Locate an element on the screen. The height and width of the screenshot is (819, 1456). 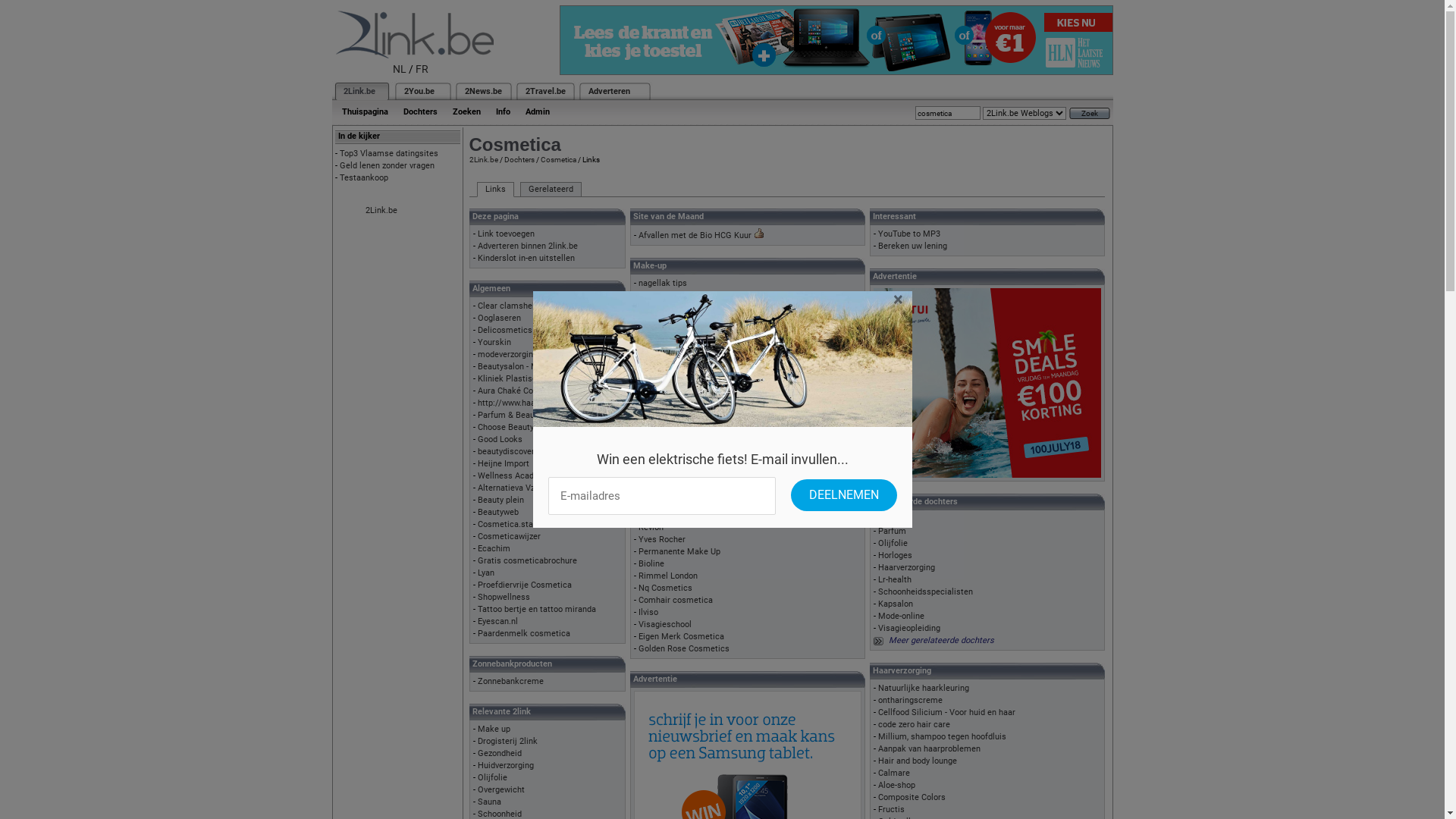
'2You.be' is located at coordinates (419, 91).